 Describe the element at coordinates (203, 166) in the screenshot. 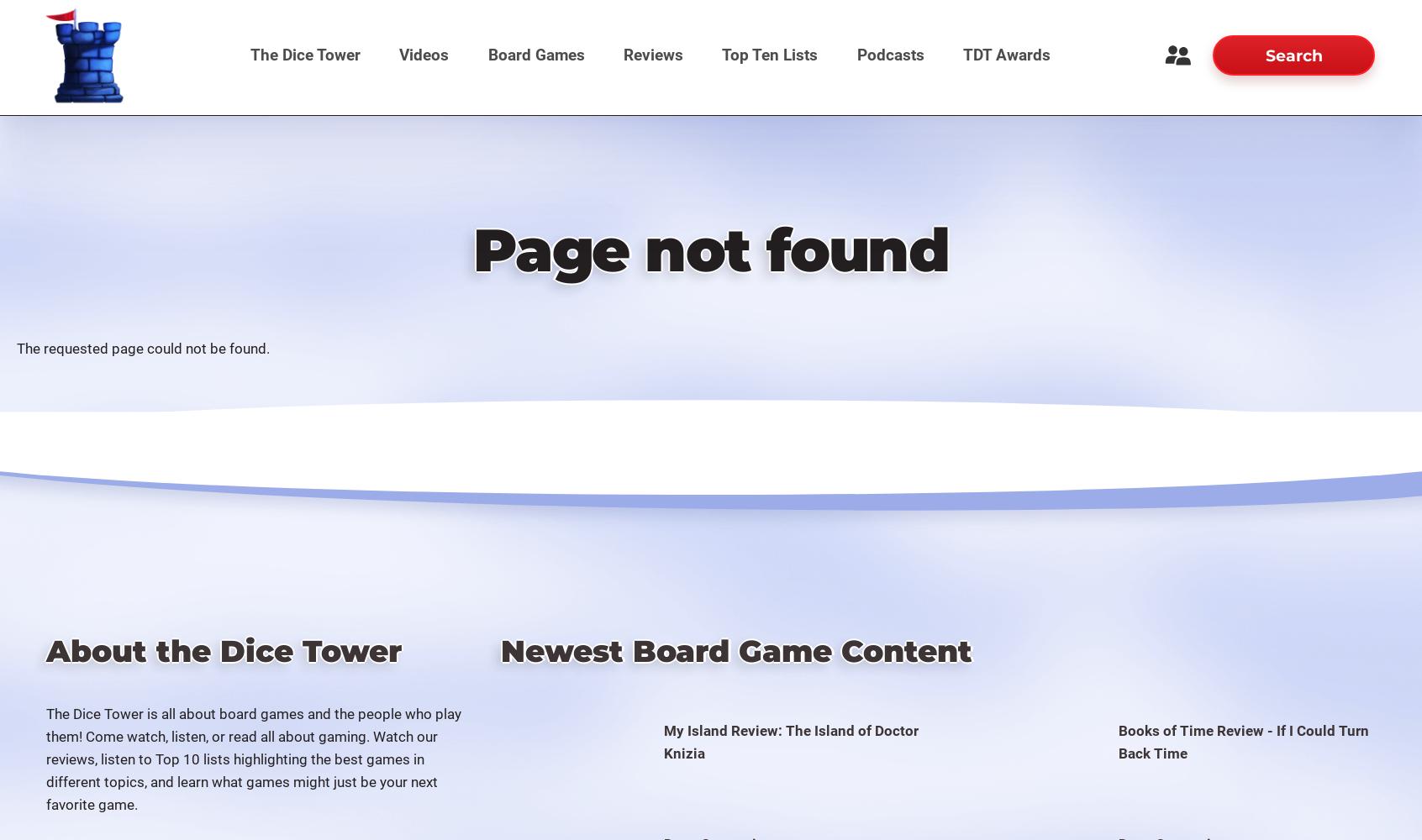

I see `'Forums'` at that location.